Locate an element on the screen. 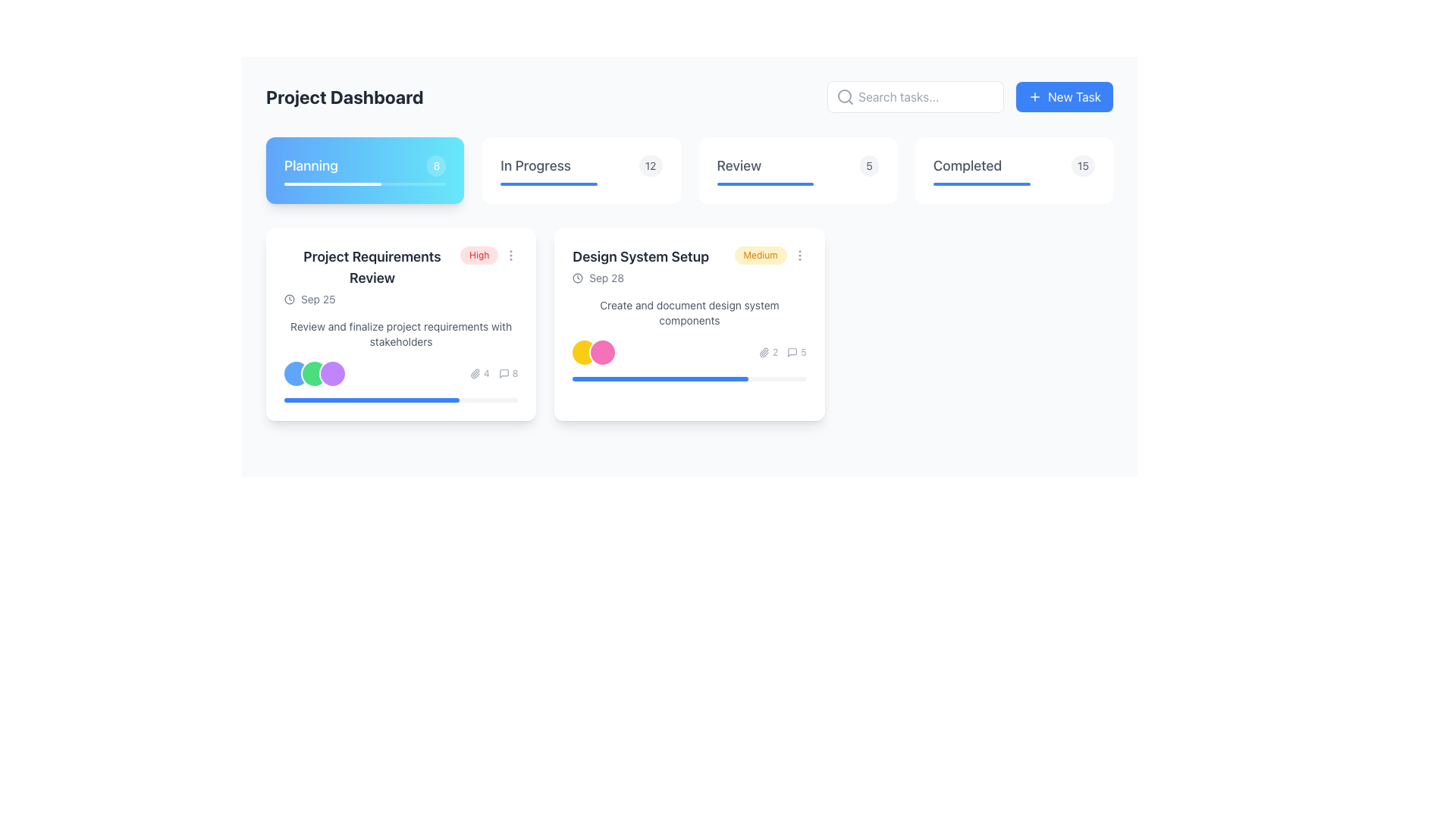 Image resolution: width=1456 pixels, height=819 pixels. the Text Display element that shows the title 'Project Requirements Review' and the date 'Sep 25', located in the leftmost task card of the second row in the 'Review' section of the dashboard is located at coordinates (372, 277).